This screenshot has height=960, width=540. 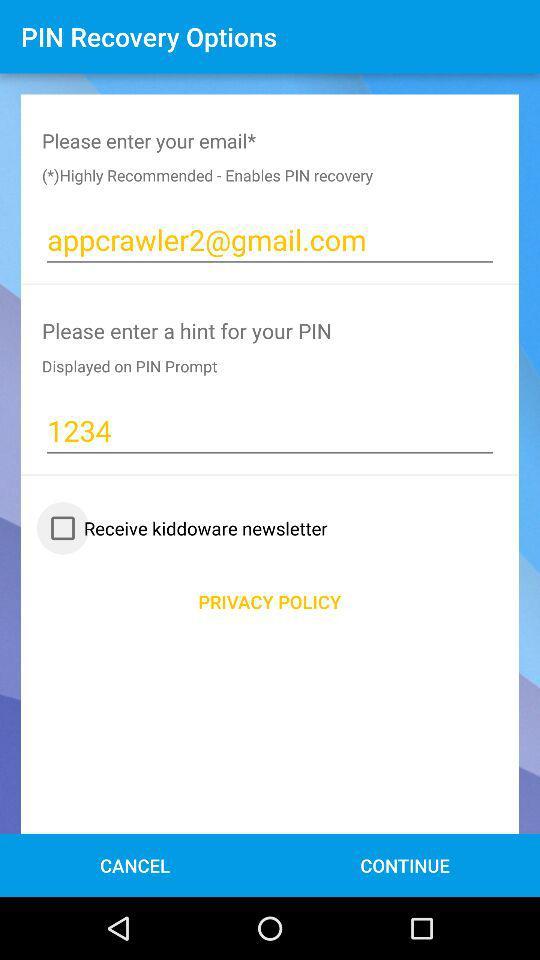 I want to click on the continue at the bottom right corner, so click(x=405, y=864).